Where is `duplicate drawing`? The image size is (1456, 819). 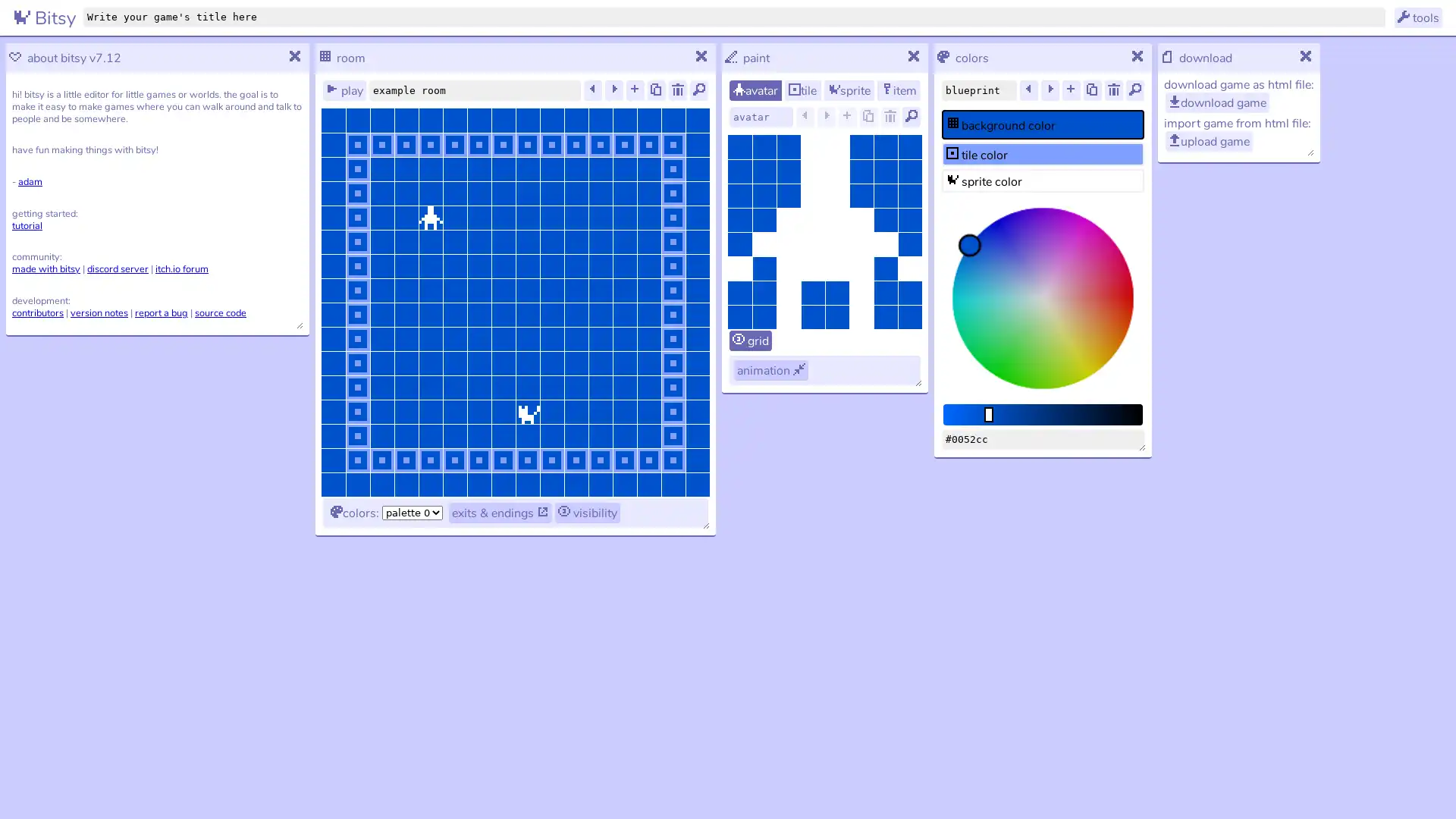 duplicate drawing is located at coordinates (869, 116).